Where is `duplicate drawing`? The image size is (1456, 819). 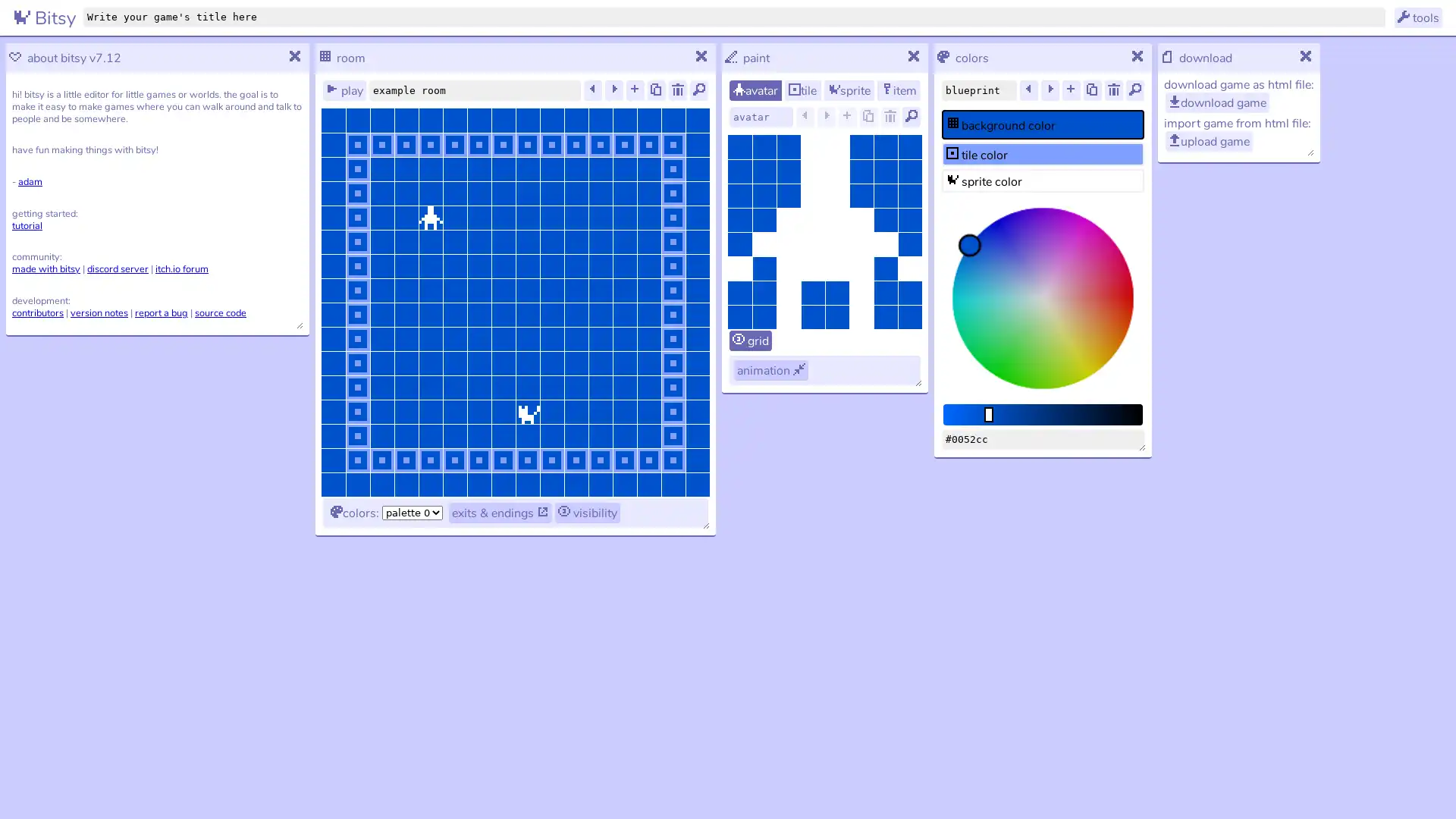 duplicate drawing is located at coordinates (869, 116).